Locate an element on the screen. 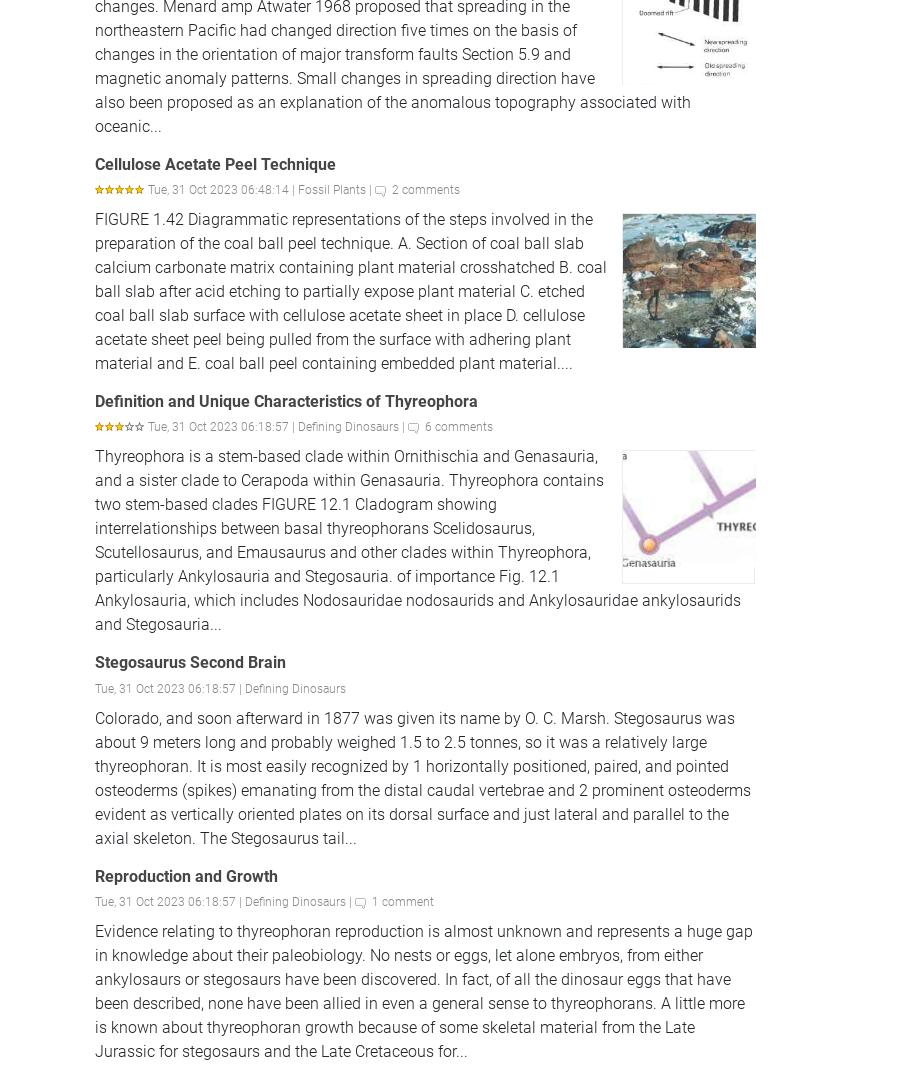 Image resolution: width=904 pixels, height=1072 pixels. 'Colorado, and soon afterward in 1877 was given its name by O. C. Marsh. Stegosaurus was about 9 meters long and probably weighed 1.5 to 2.5 tonnes, so it was a relatively large thyreophoran. It is most easily recognized by 1 horizontally positioned, paired, and pointed osteoderms (spikes) emanating from the distal caudal vertebrae and 2 prominent osteoderms evident as vertically oriented plates on its dorsal surface and just lateral and parallel to the axial skeleton. The Stegosaurus tail...' is located at coordinates (422, 777).